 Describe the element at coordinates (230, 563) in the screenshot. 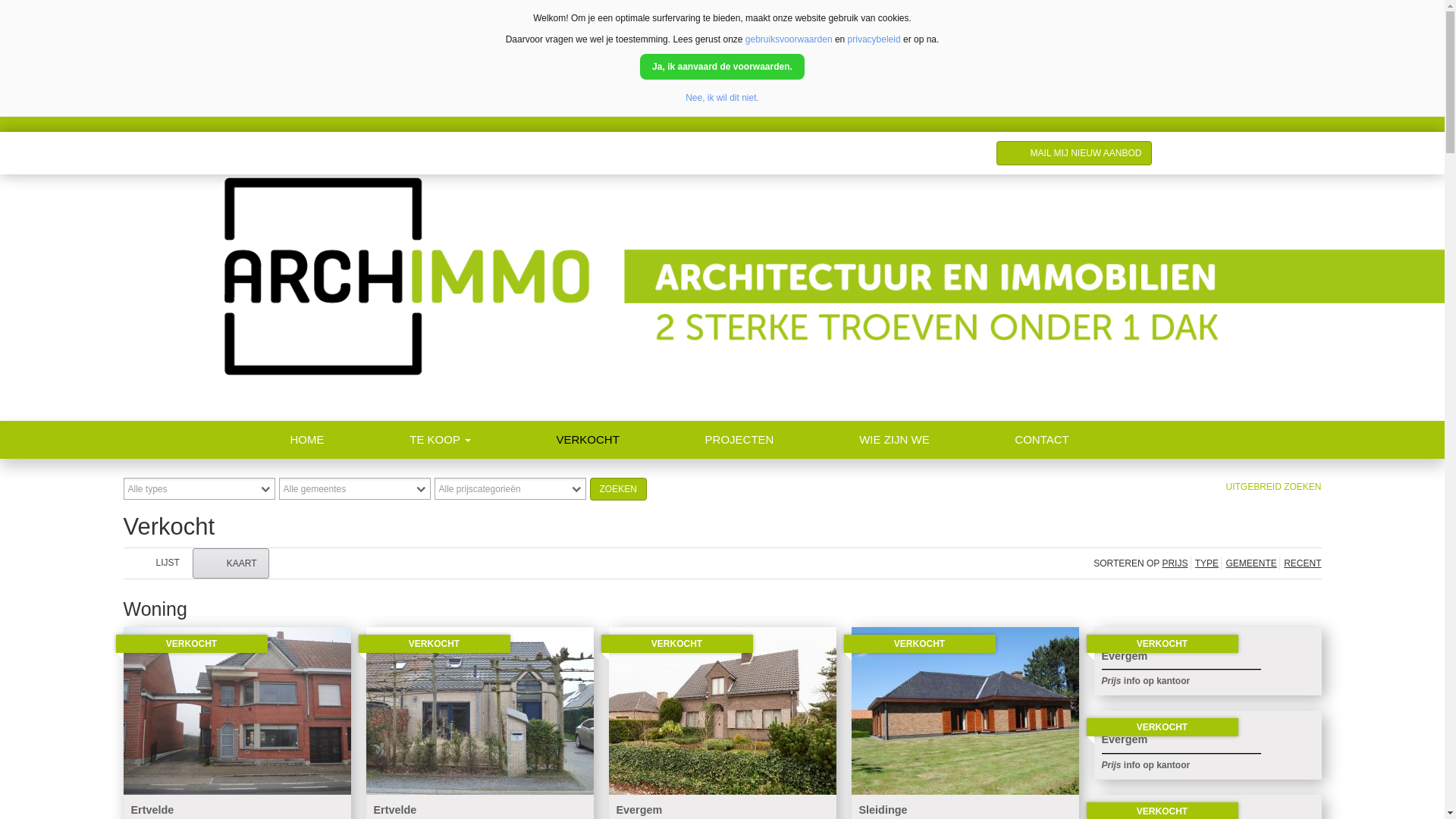

I see `'KAART'` at that location.